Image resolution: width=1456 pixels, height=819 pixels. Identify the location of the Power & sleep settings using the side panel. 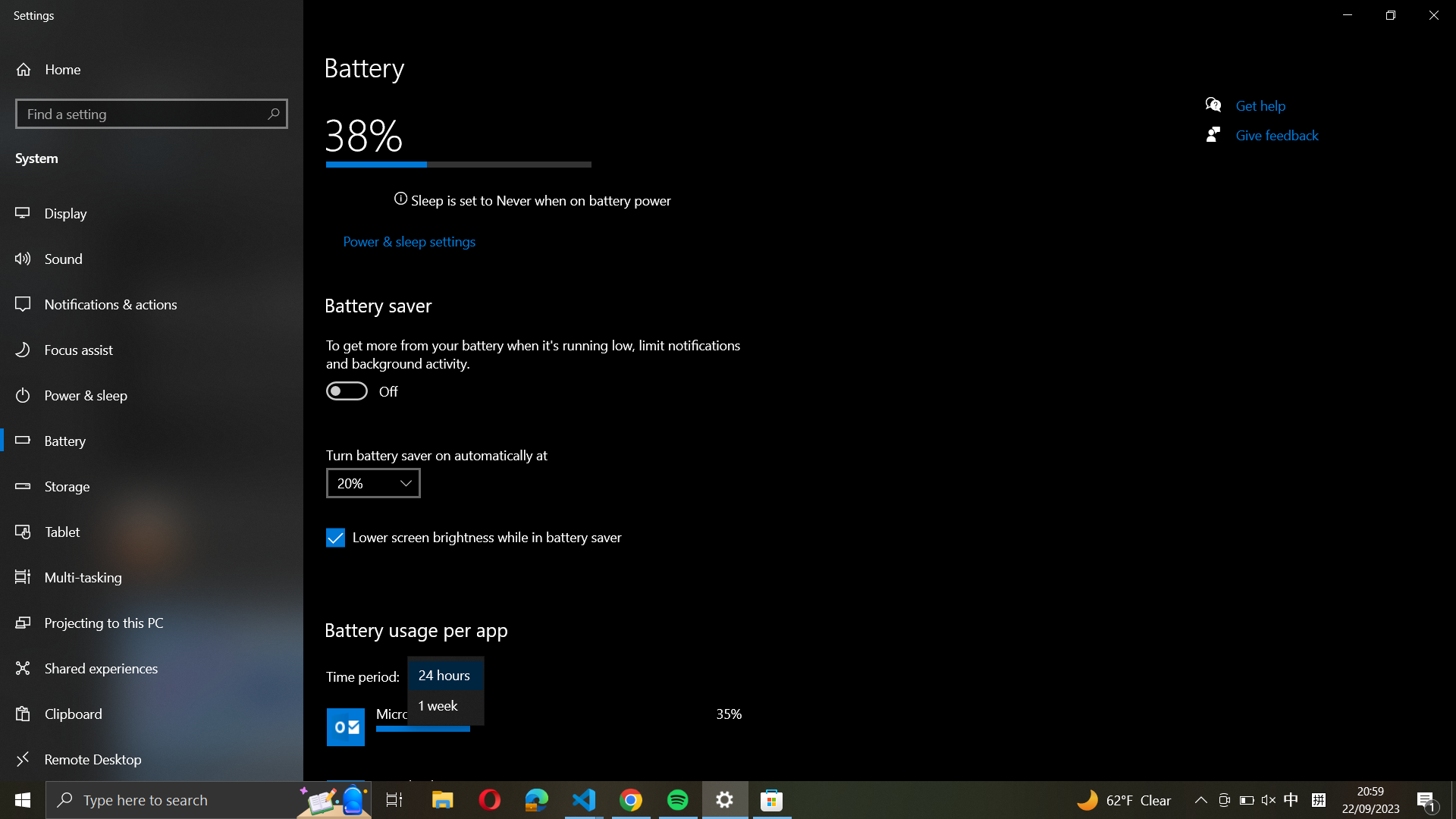
(407, 242).